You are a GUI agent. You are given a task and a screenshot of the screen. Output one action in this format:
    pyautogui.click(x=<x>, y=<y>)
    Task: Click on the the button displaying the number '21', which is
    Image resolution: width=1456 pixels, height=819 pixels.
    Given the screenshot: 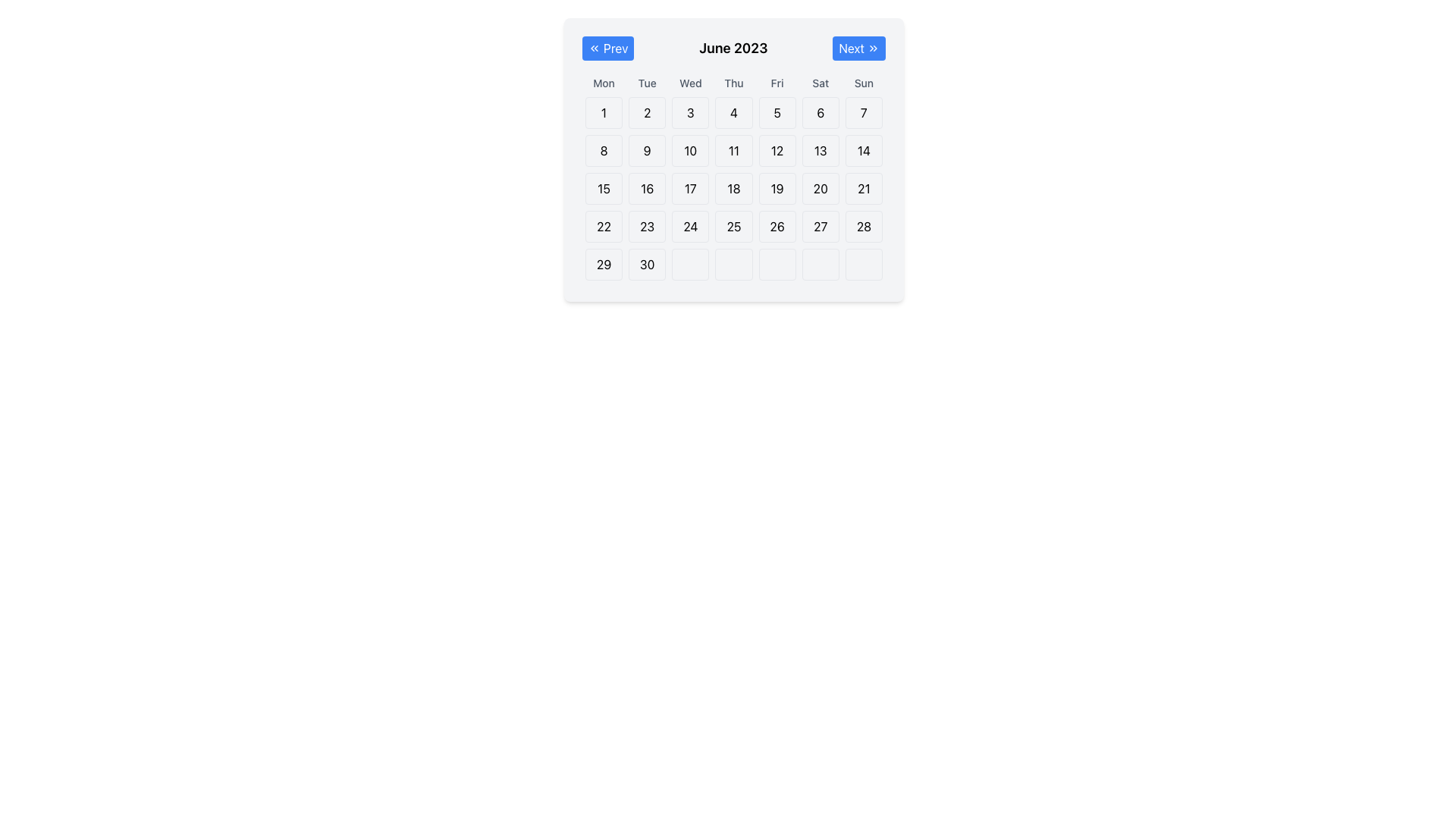 What is the action you would take?
    pyautogui.click(x=864, y=188)
    